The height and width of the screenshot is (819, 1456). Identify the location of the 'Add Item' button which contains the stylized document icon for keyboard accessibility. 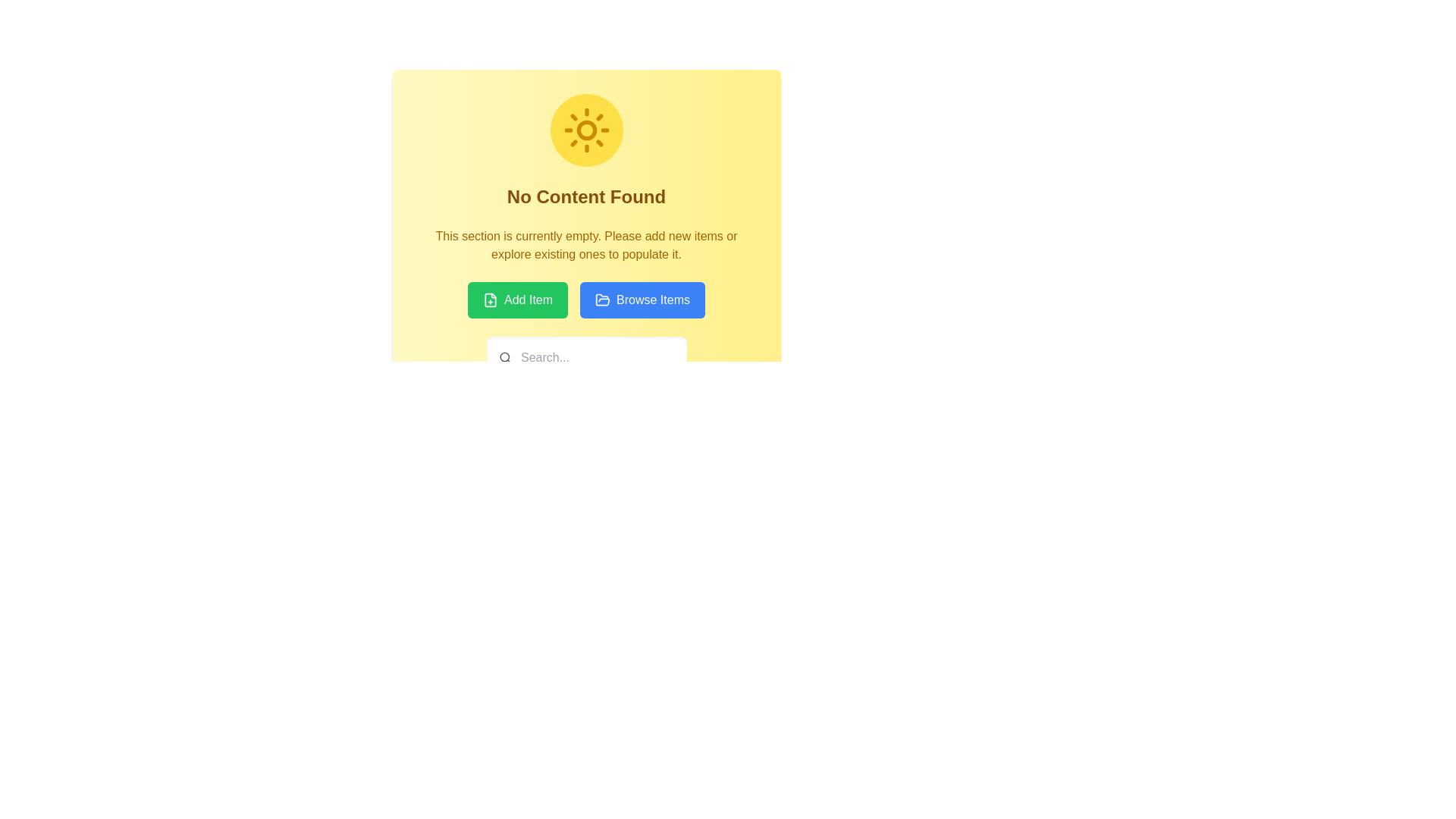
(491, 300).